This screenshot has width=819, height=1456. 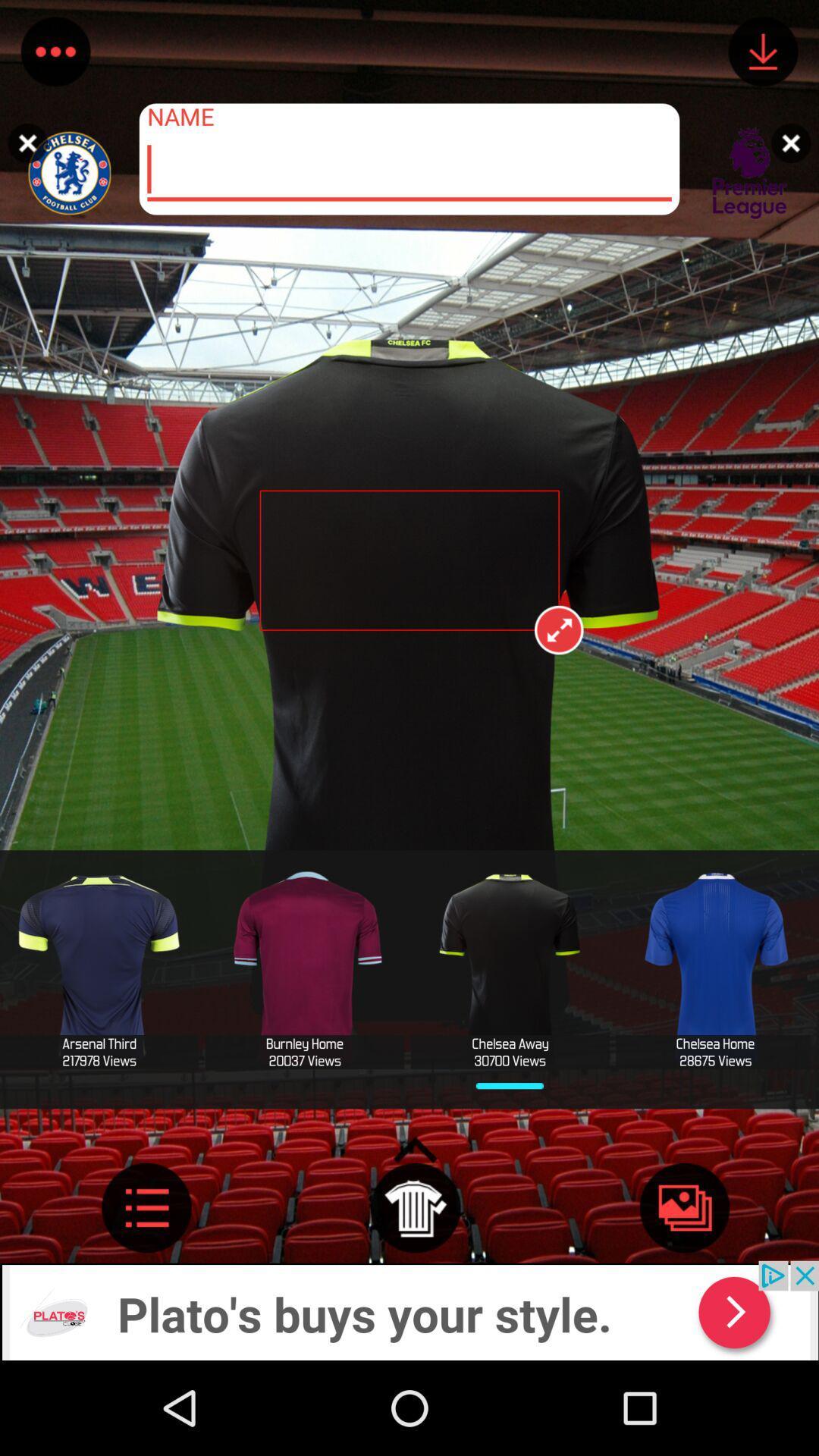 I want to click on blue color jersey option on right side, so click(x=715, y=968).